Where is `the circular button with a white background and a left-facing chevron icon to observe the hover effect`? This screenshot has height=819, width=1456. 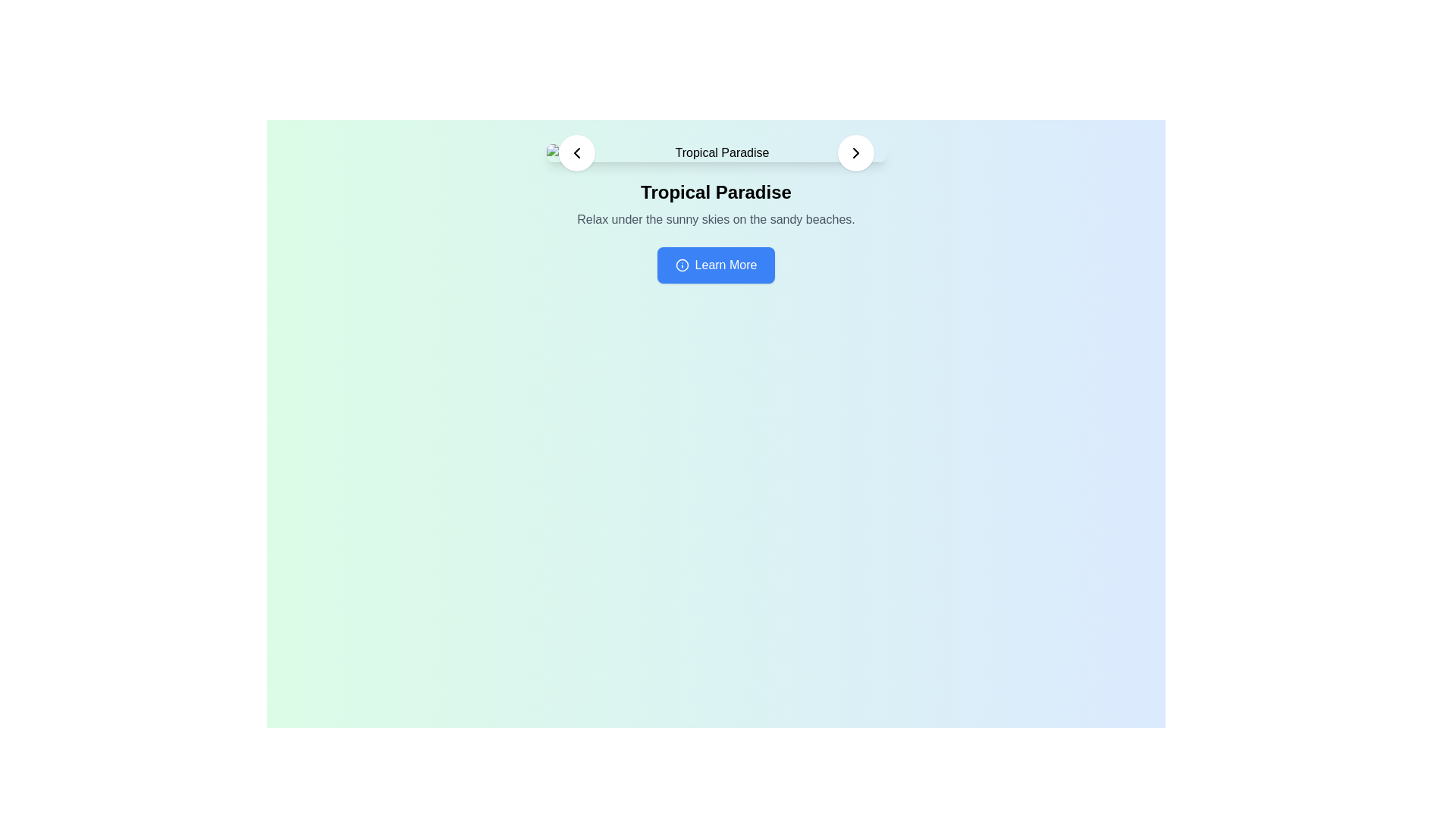 the circular button with a white background and a left-facing chevron icon to observe the hover effect is located at coordinates (576, 152).